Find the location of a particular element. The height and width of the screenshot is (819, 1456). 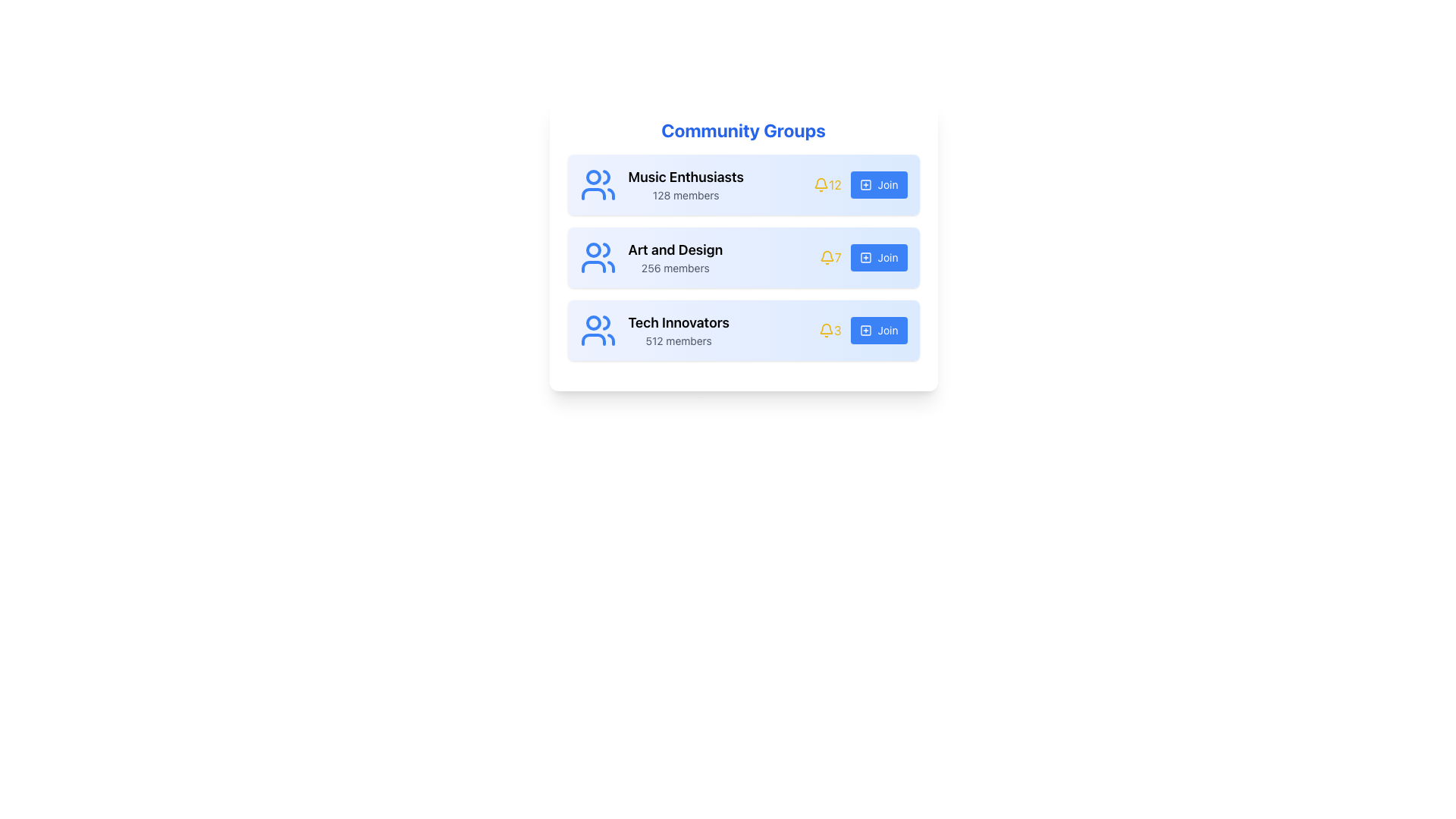

text displayed in the second group listing for community groups, which shows the name of the community group and the corresponding member count is located at coordinates (651, 256).